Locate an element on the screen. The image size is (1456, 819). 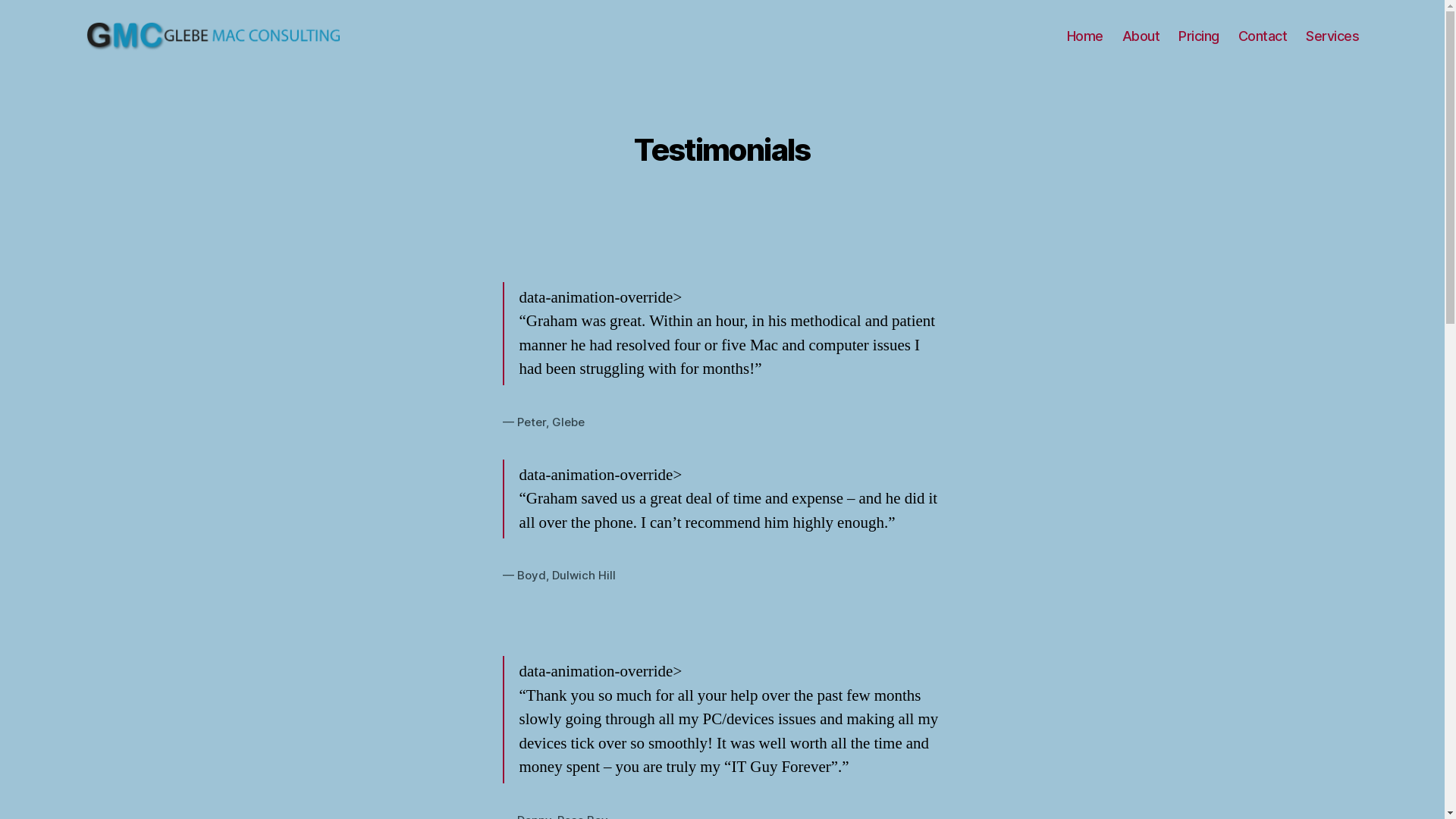
'Contact' is located at coordinates (1263, 35).